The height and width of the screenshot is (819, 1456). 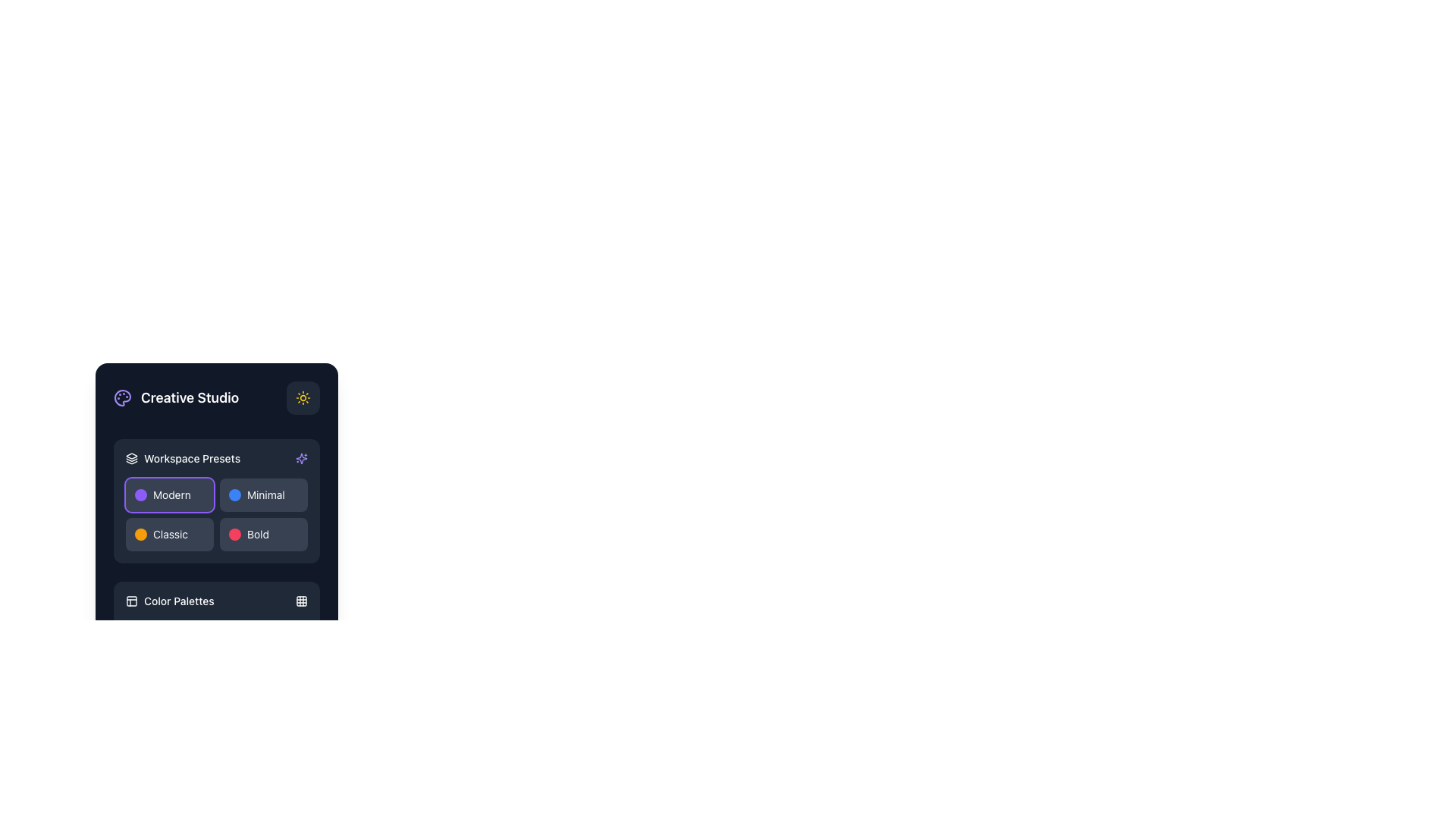 What do you see at coordinates (191, 458) in the screenshot?
I see `the 'Workspace Presets' text label, which is styled in white on a dark background and positioned between the 'layers' icon and a small settings icon` at bounding box center [191, 458].